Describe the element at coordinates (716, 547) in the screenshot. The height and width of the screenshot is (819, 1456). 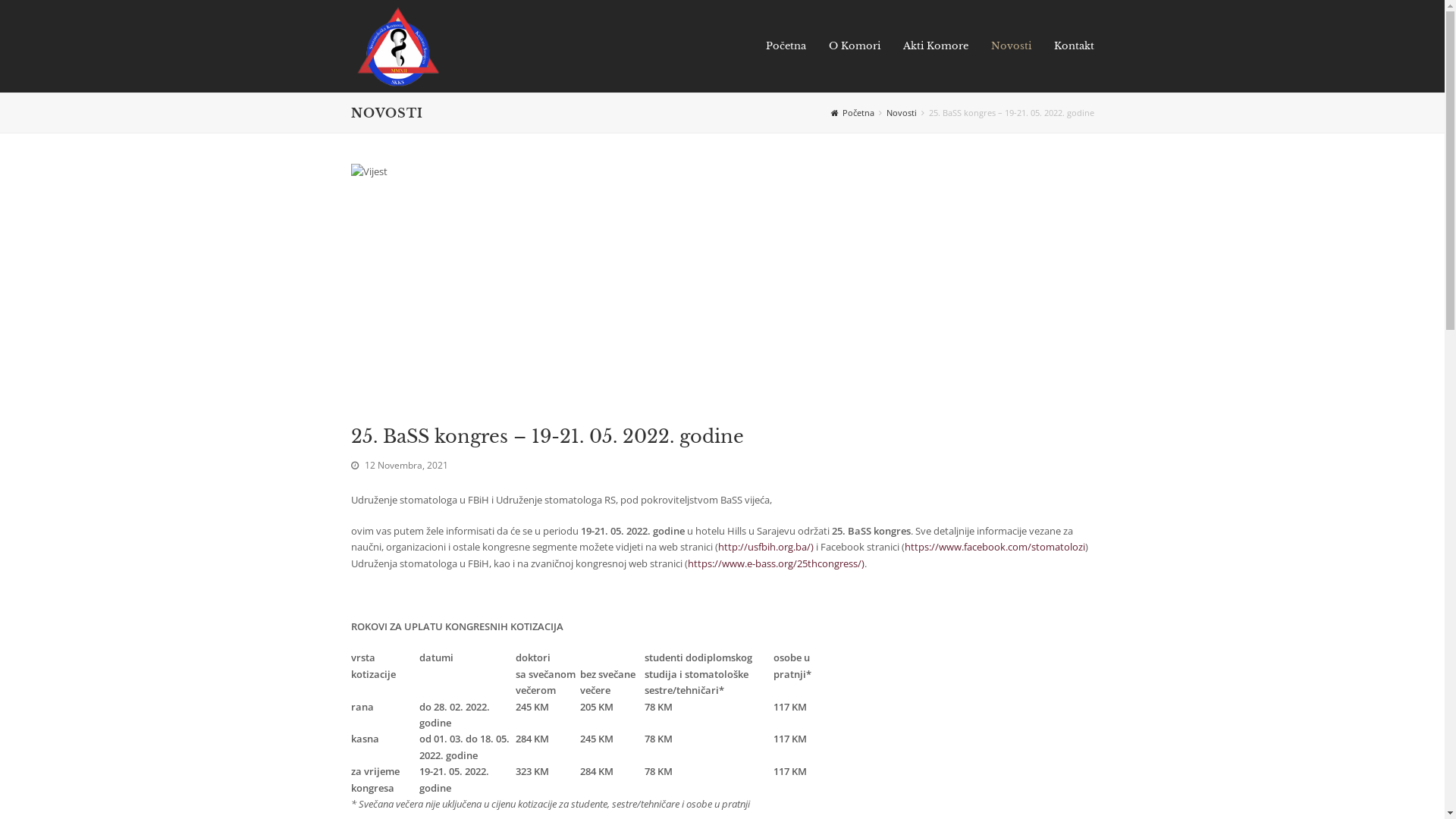
I see `'http://usfbih.org.ba/)'` at that location.